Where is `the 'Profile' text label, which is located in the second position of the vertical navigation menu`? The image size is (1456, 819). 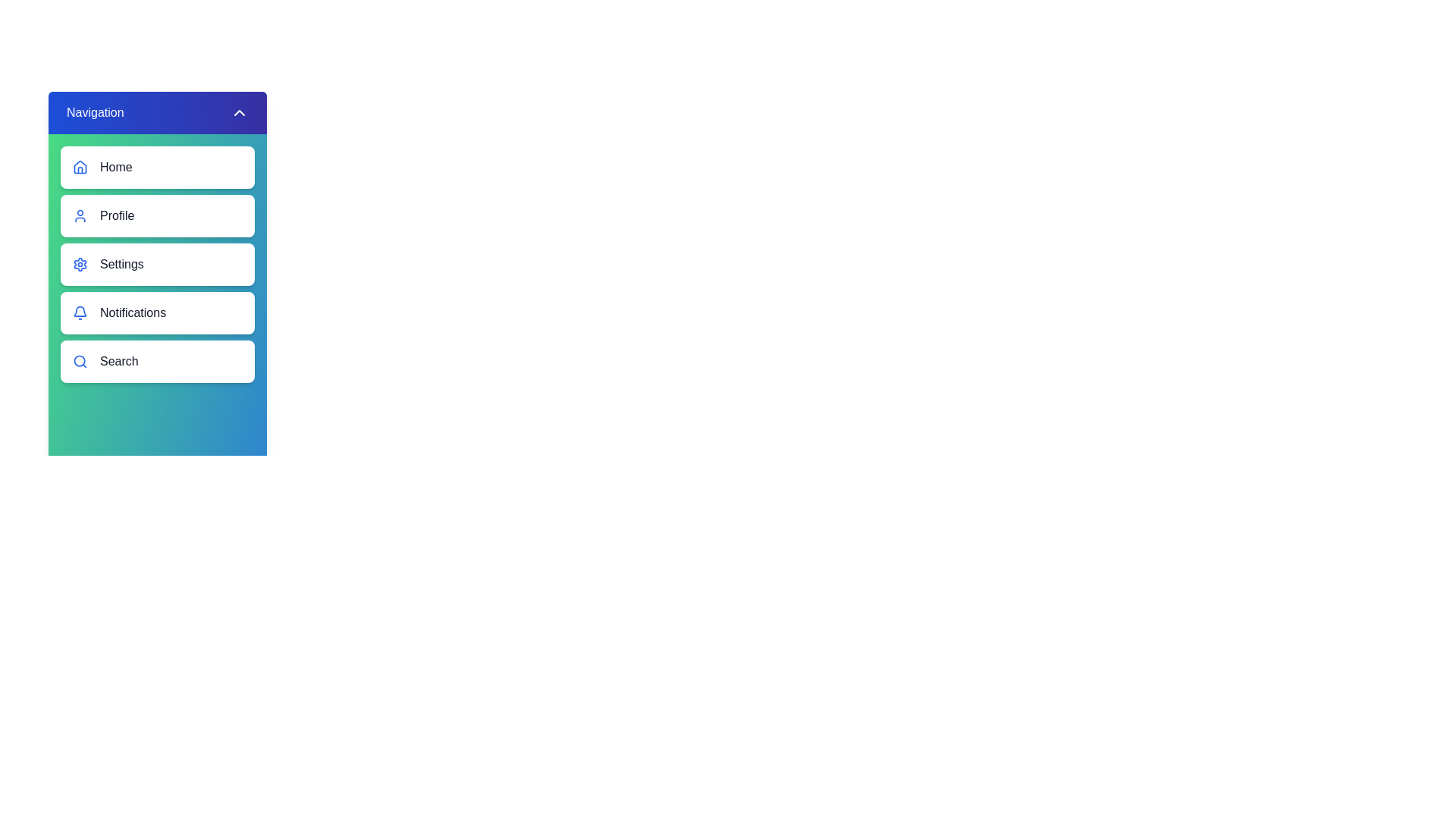 the 'Profile' text label, which is located in the second position of the vertical navigation menu is located at coordinates (116, 216).